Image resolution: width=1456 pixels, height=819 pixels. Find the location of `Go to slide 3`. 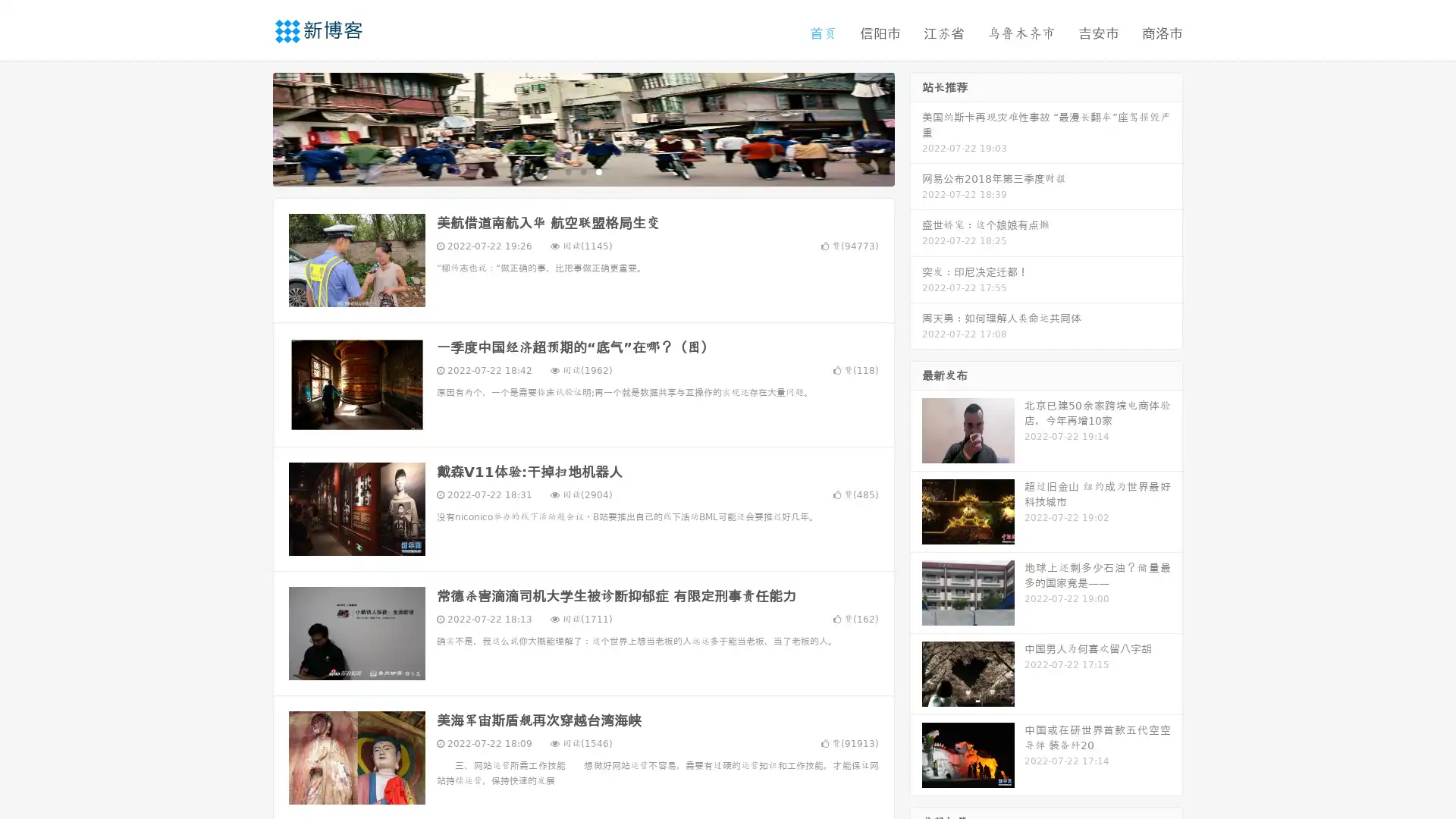

Go to slide 3 is located at coordinates (598, 171).